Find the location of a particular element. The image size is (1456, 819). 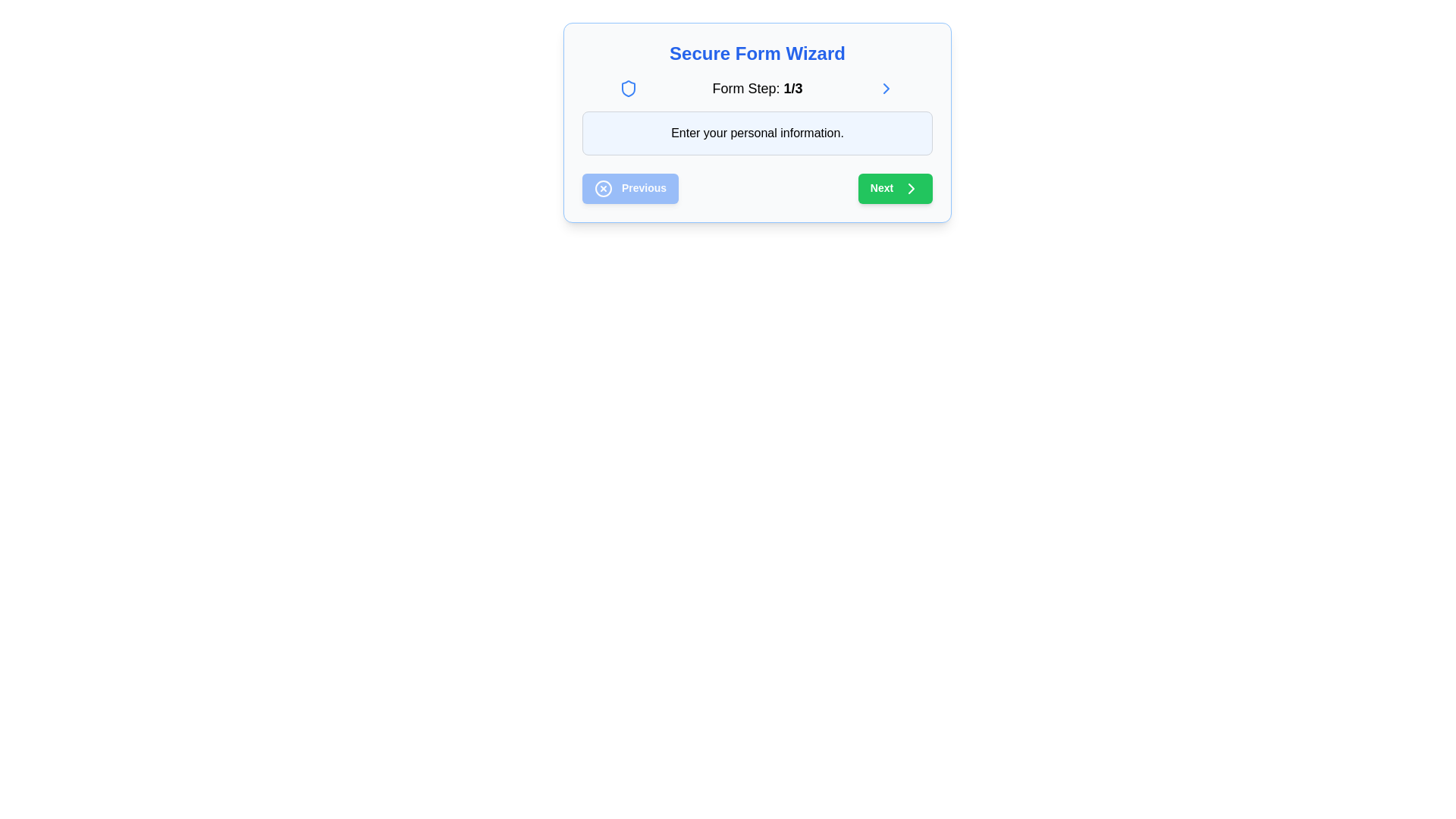

the 'Next' button located at the bottom right of the 'Secure Form Wizard' card, which contains a right-pointing chevron SVG icon is located at coordinates (910, 188).